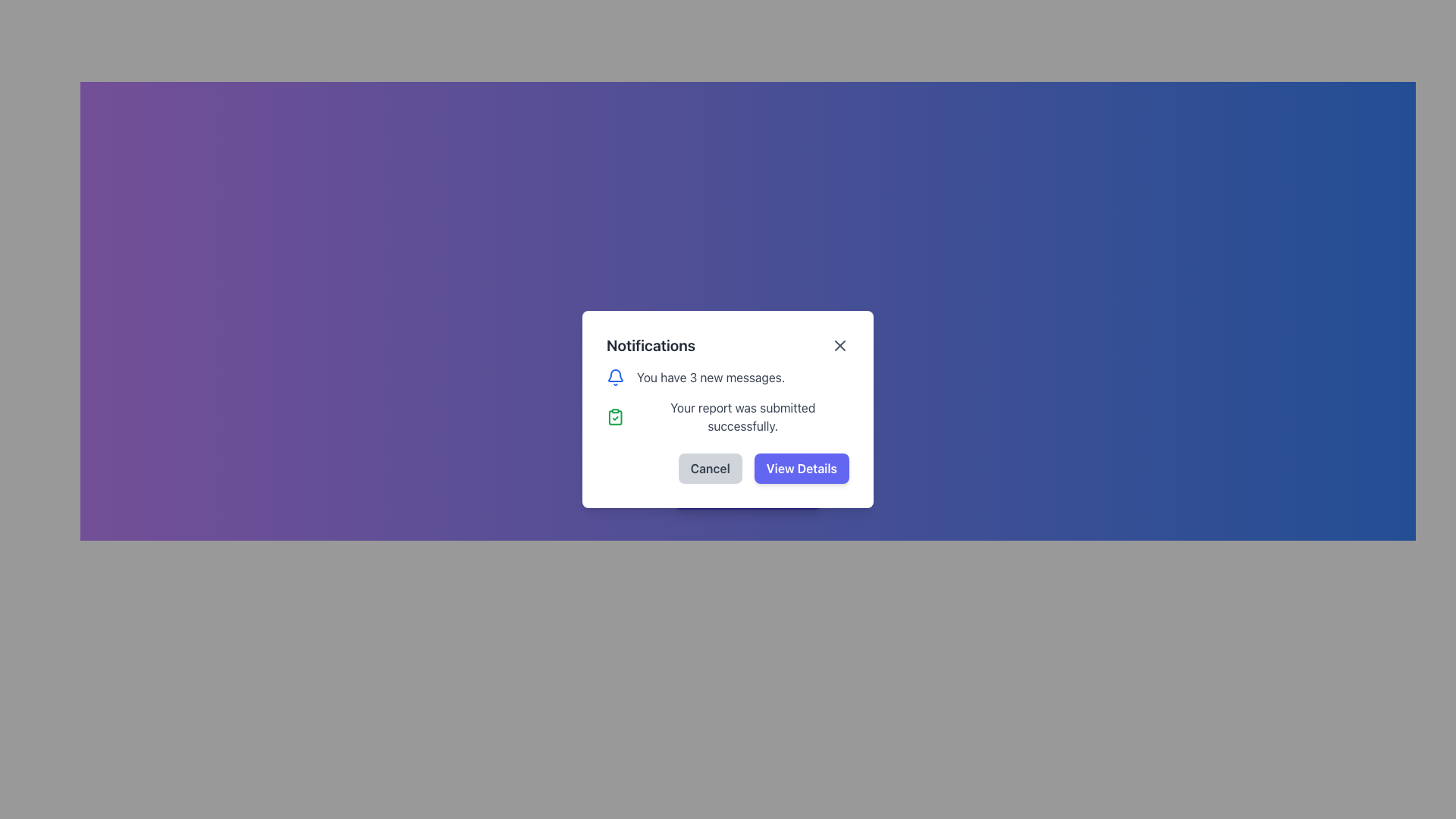 Image resolution: width=1456 pixels, height=819 pixels. Describe the element at coordinates (728, 417) in the screenshot. I see `the notification by clicking on the message that reads 'Your report was submitted successfully.' in the notification popup` at that location.